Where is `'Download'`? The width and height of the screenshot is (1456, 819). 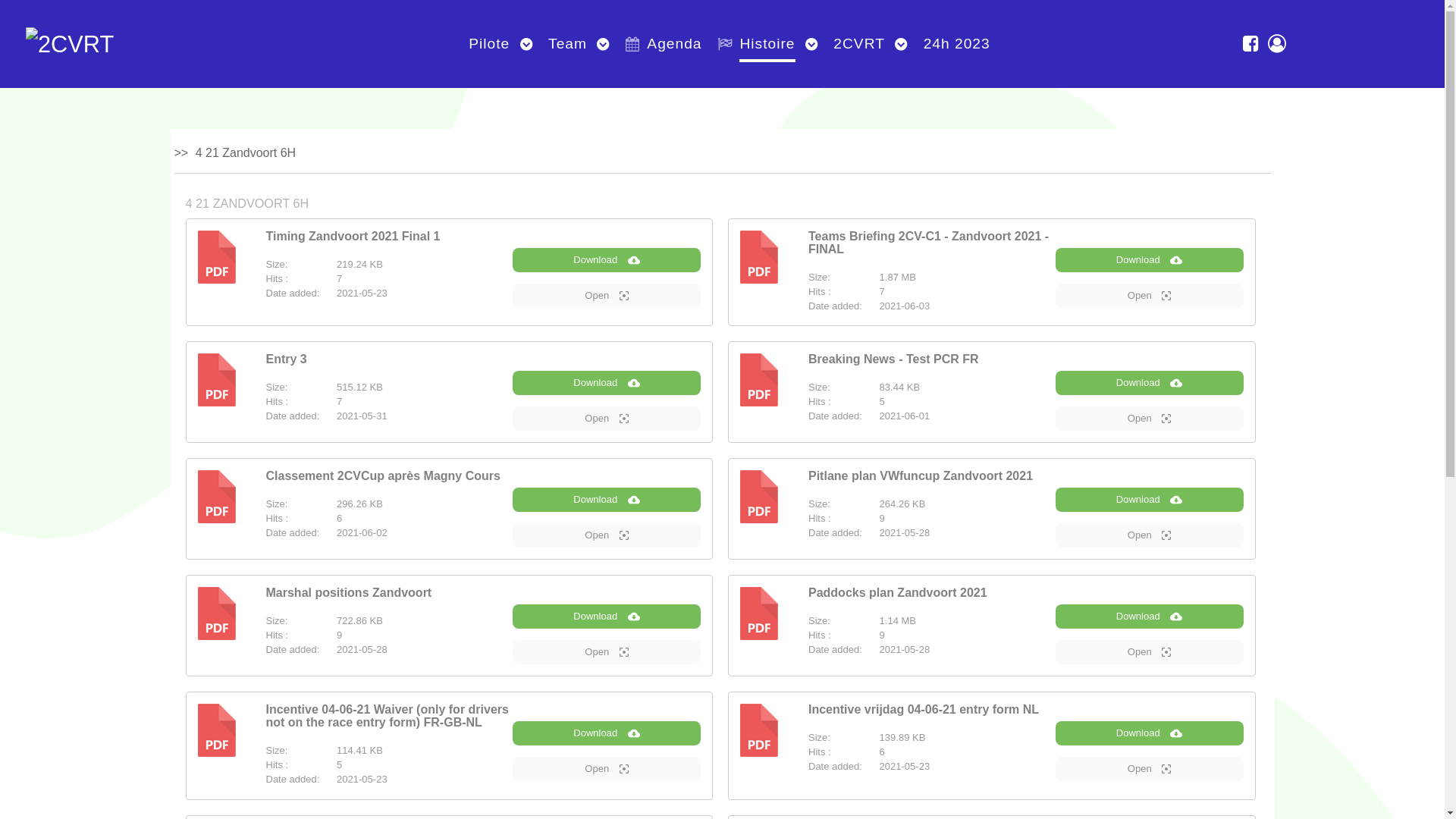
'Download' is located at coordinates (1150, 500).